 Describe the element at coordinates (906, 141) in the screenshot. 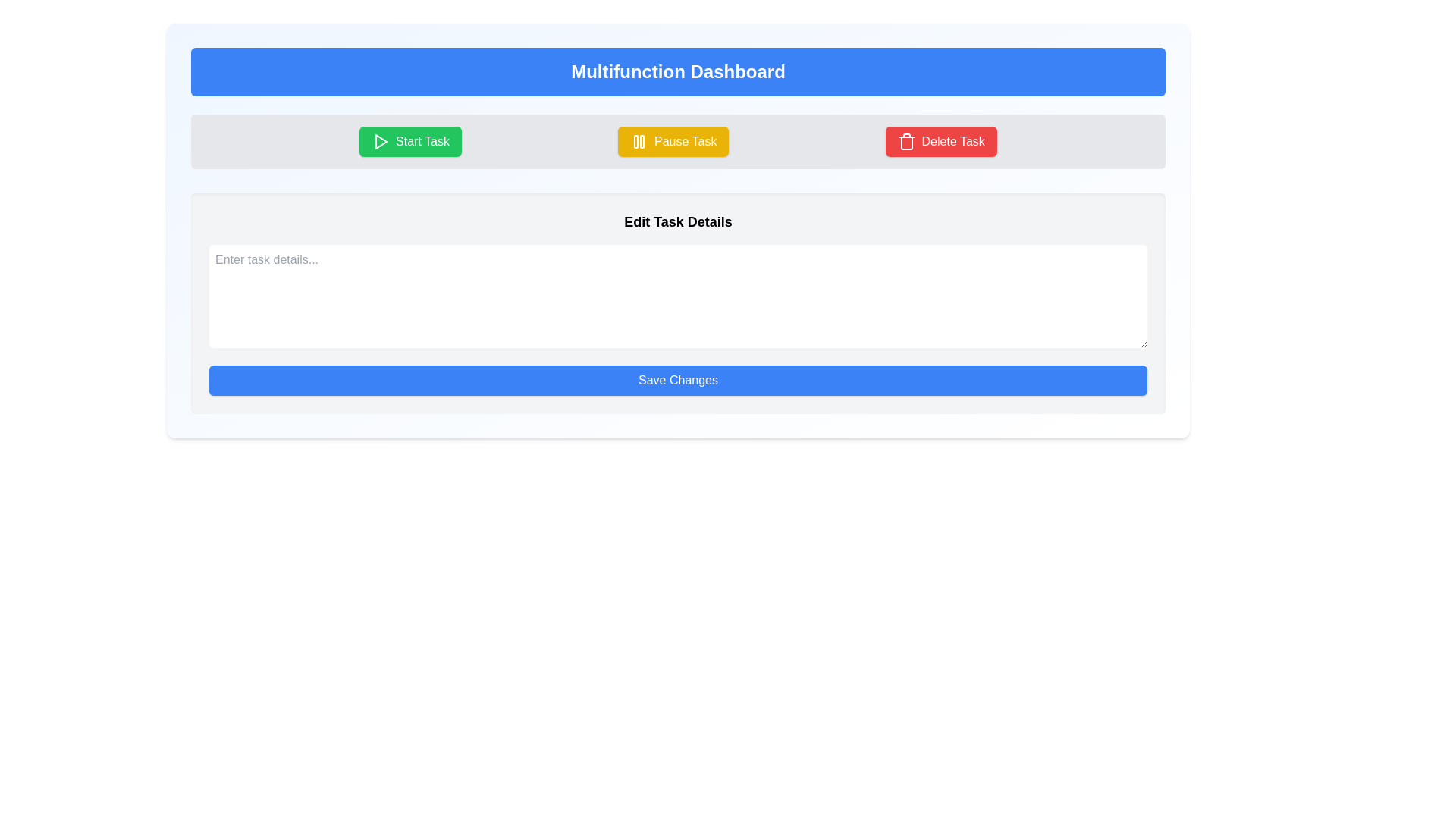

I see `the delete task icon` at that location.